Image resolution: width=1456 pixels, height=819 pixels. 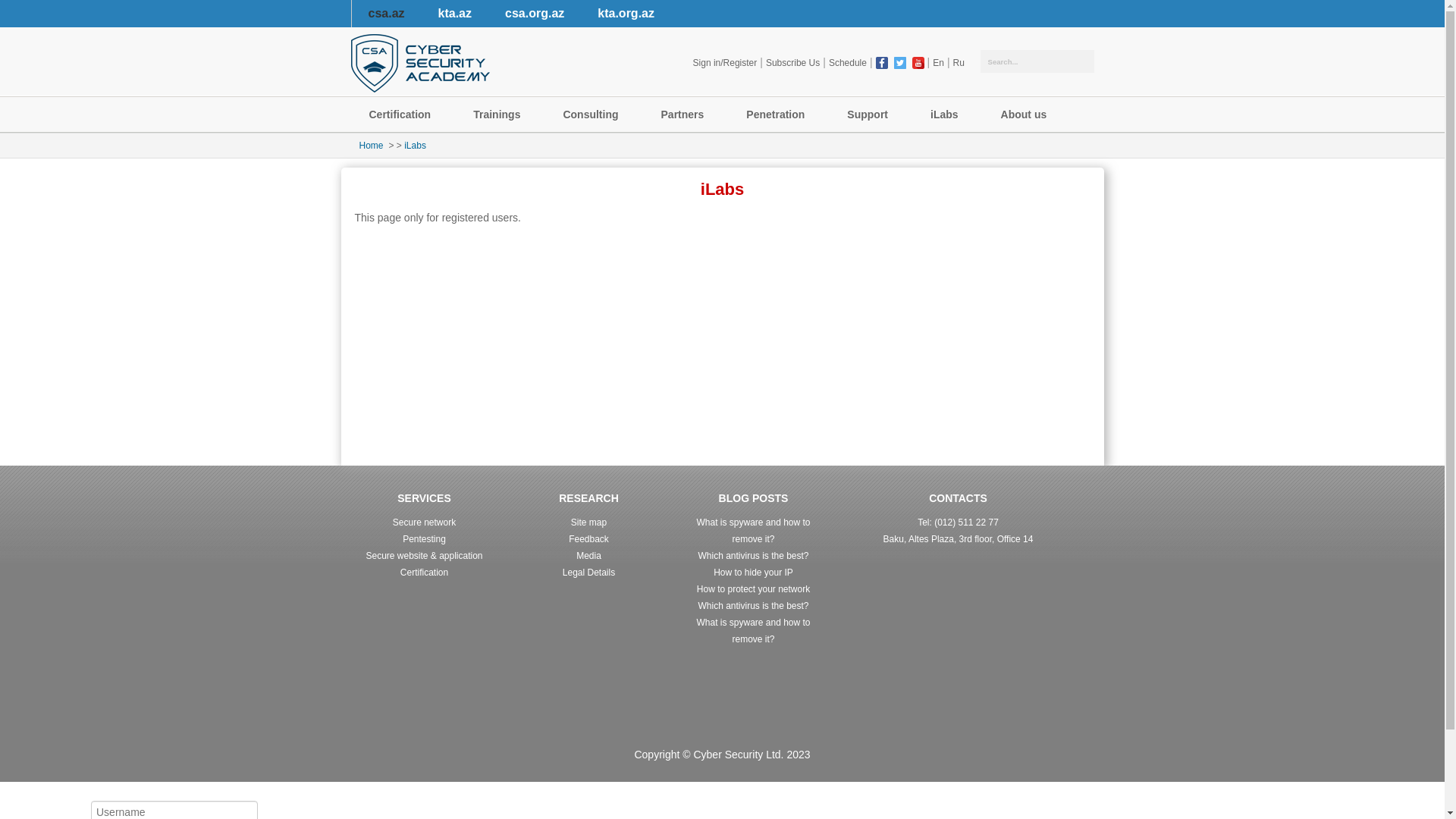 What do you see at coordinates (753, 573) in the screenshot?
I see `'How to hide your IP'` at bounding box center [753, 573].